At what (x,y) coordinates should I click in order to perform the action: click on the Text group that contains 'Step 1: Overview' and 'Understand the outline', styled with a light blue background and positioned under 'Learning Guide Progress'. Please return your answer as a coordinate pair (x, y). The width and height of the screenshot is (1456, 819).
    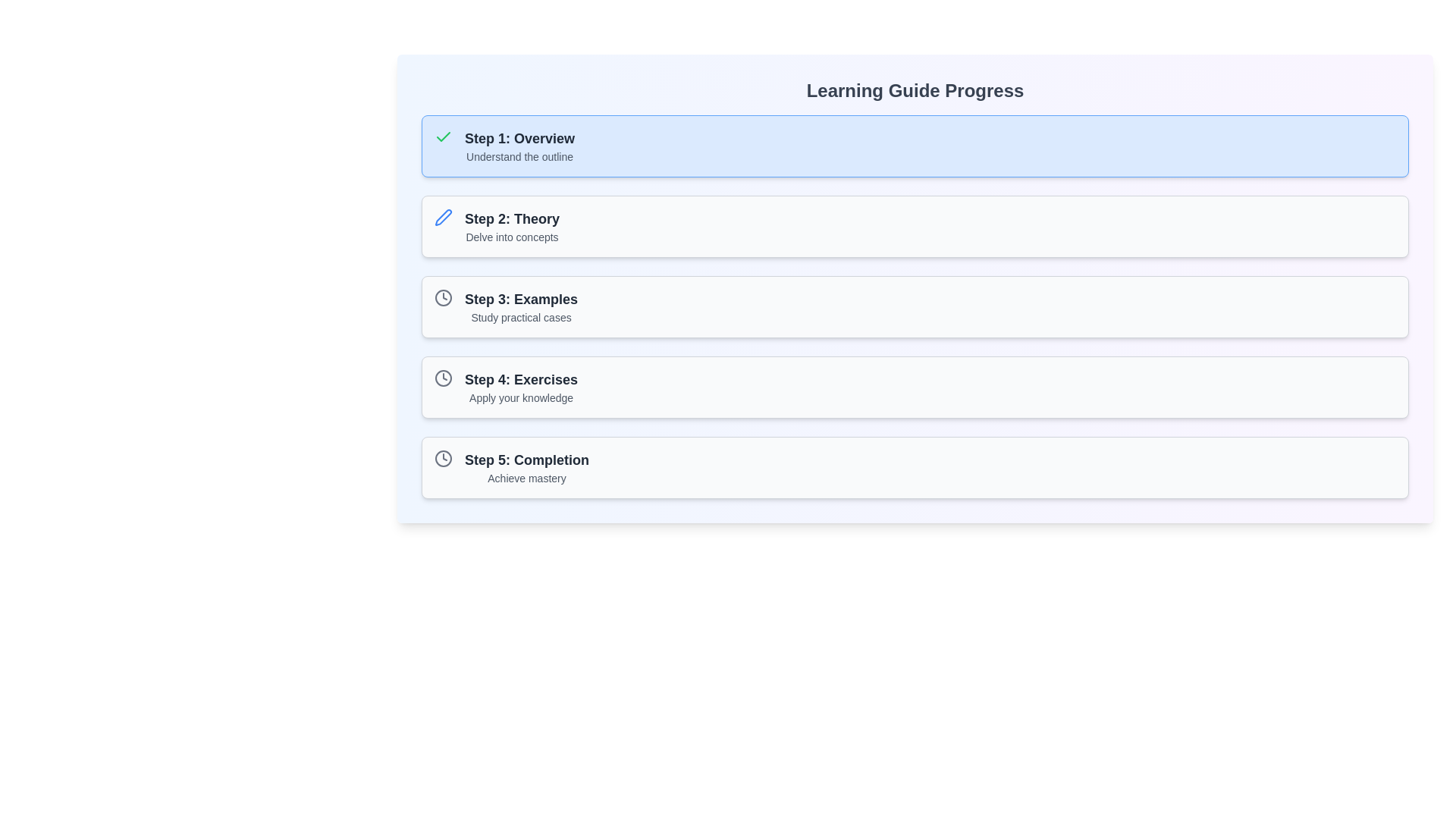
    Looking at the image, I should click on (519, 146).